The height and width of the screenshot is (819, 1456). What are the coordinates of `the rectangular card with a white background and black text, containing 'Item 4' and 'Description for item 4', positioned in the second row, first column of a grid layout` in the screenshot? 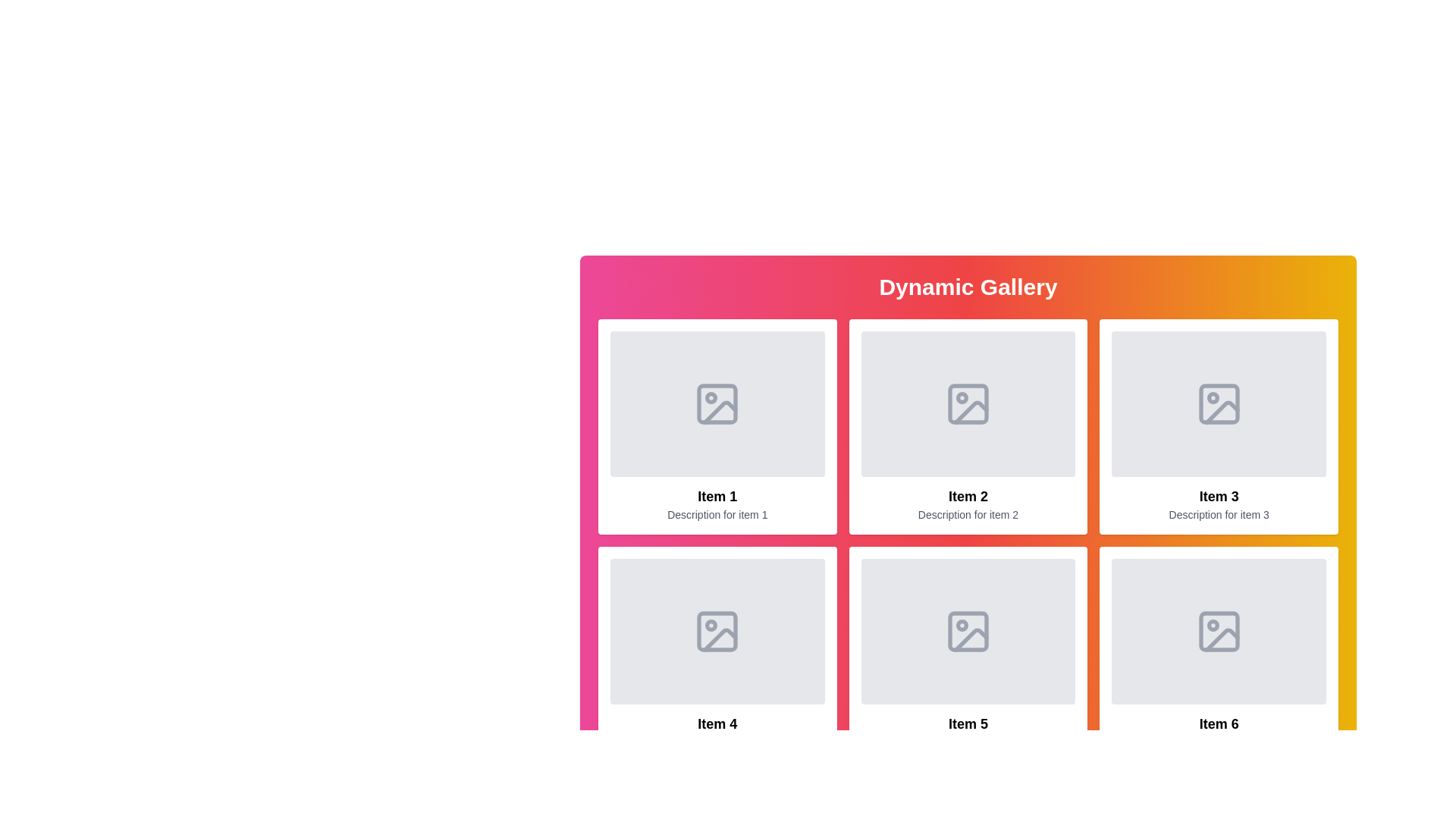 It's located at (717, 654).